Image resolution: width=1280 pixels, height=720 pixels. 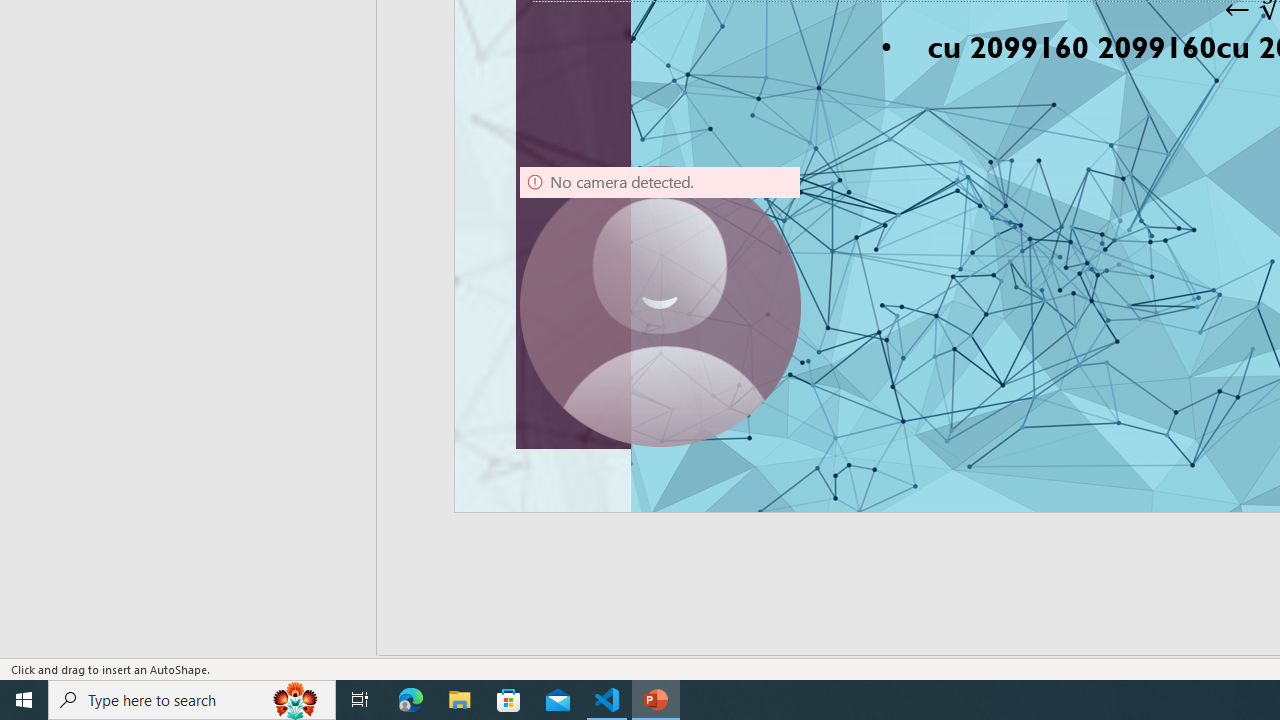 I want to click on 'Timeline Section', so click(x=331, y=398).